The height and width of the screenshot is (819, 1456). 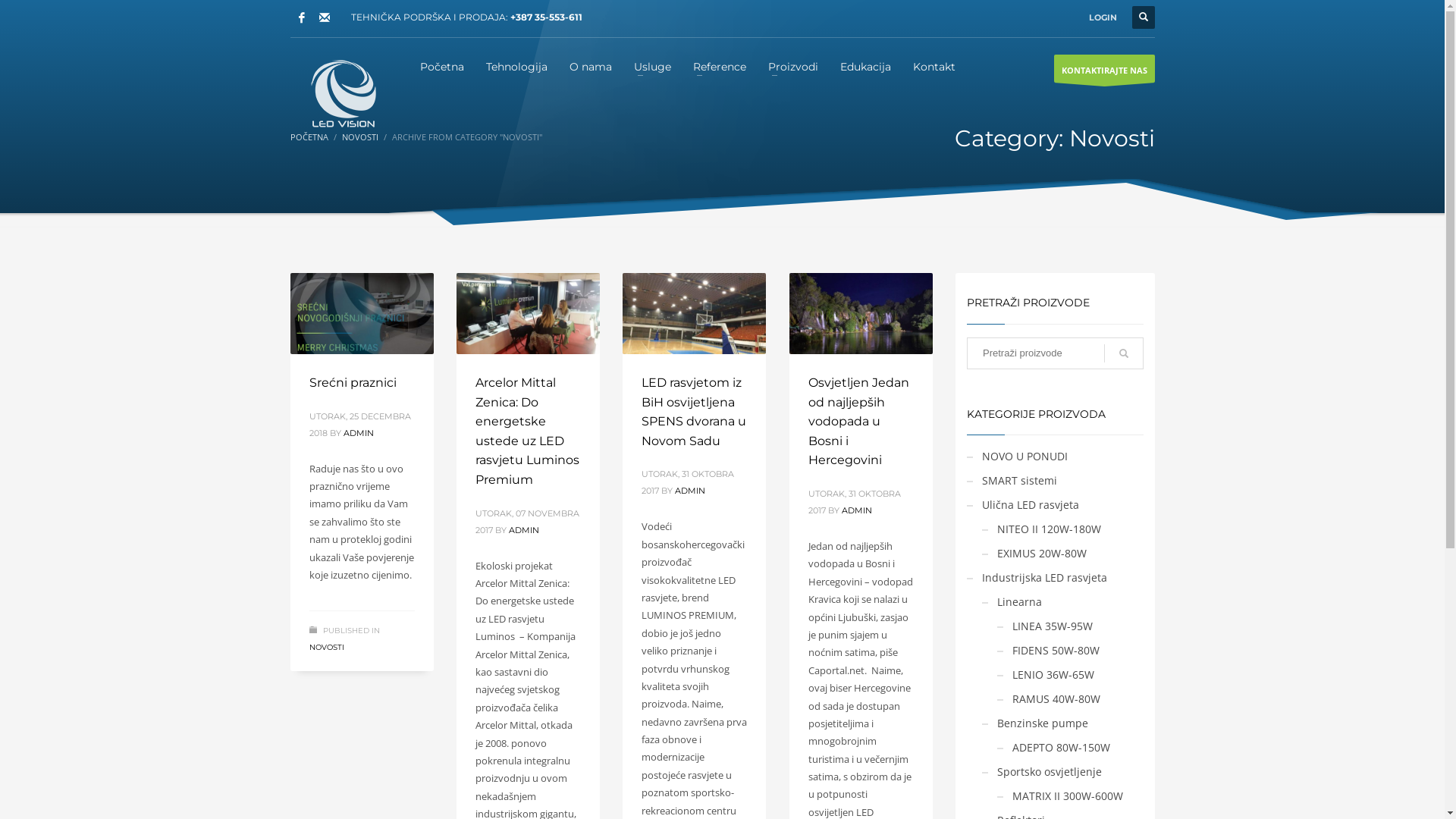 I want to click on 'NOVOSTI', so click(x=359, y=136).